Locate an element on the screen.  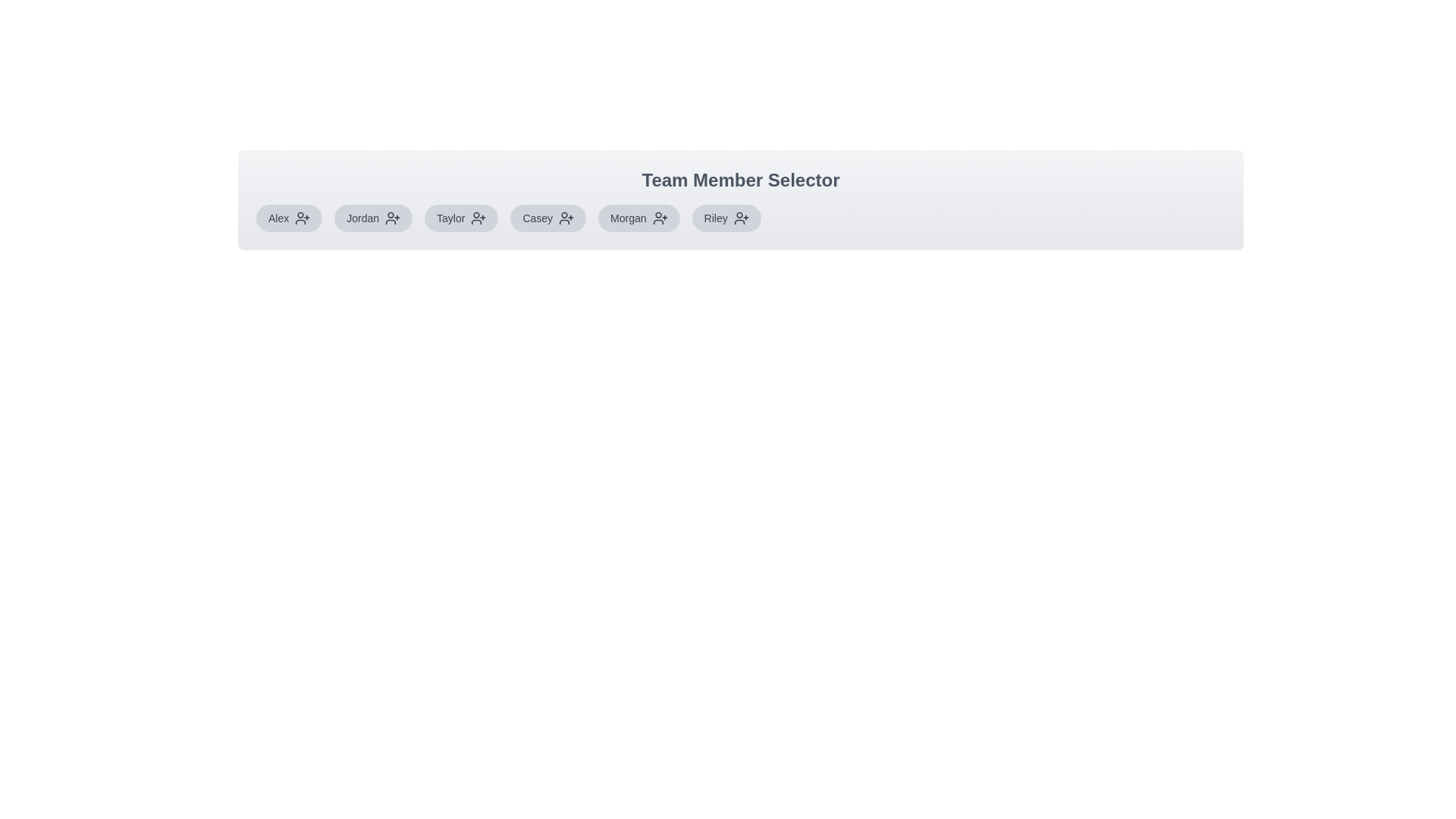
the team member Alex is located at coordinates (288, 218).